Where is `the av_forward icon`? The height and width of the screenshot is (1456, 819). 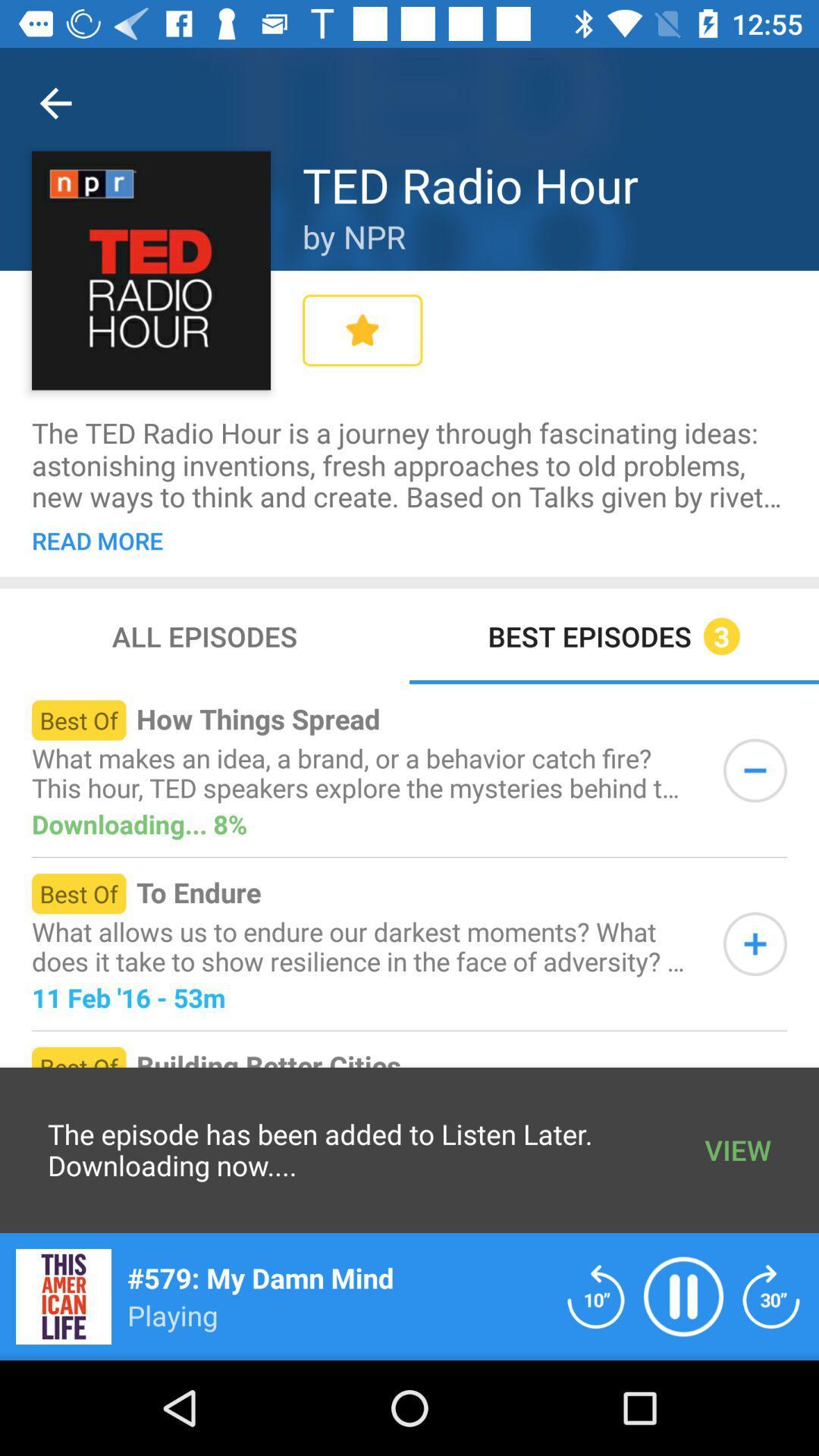 the av_forward icon is located at coordinates (771, 1295).